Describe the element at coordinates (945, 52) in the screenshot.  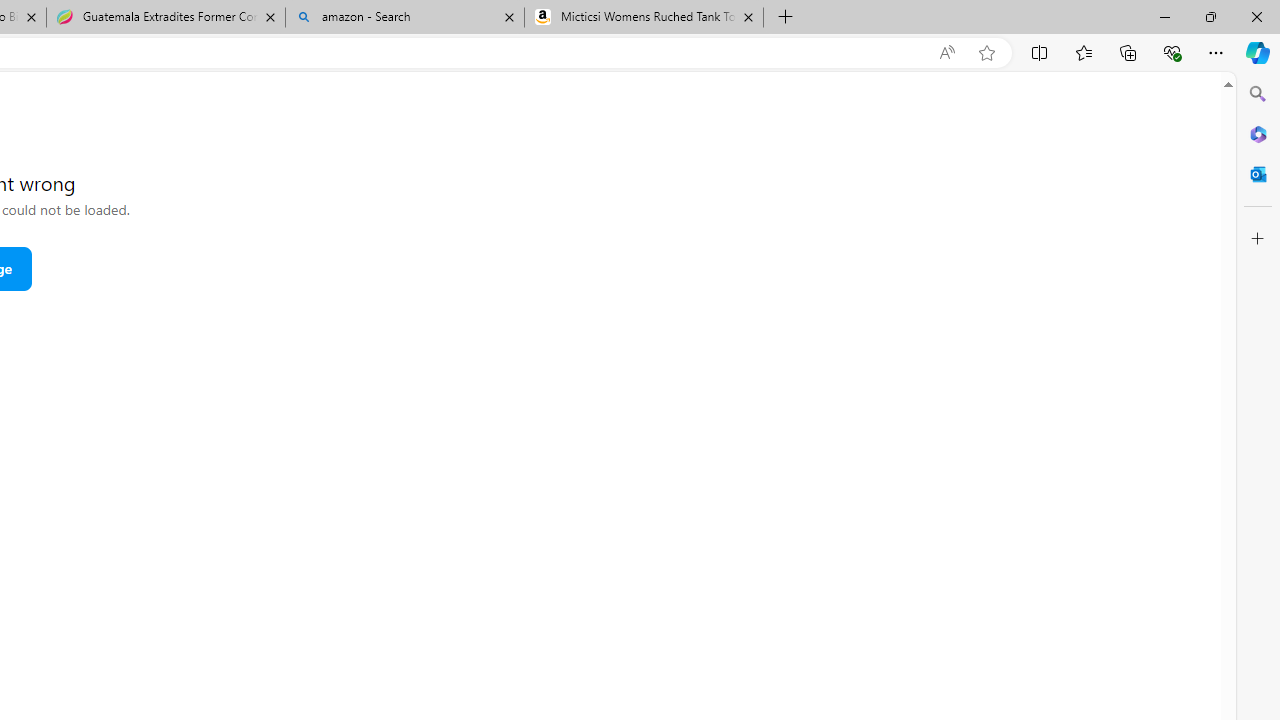
I see `'Read aloud this page (Ctrl+Shift+U)'` at that location.